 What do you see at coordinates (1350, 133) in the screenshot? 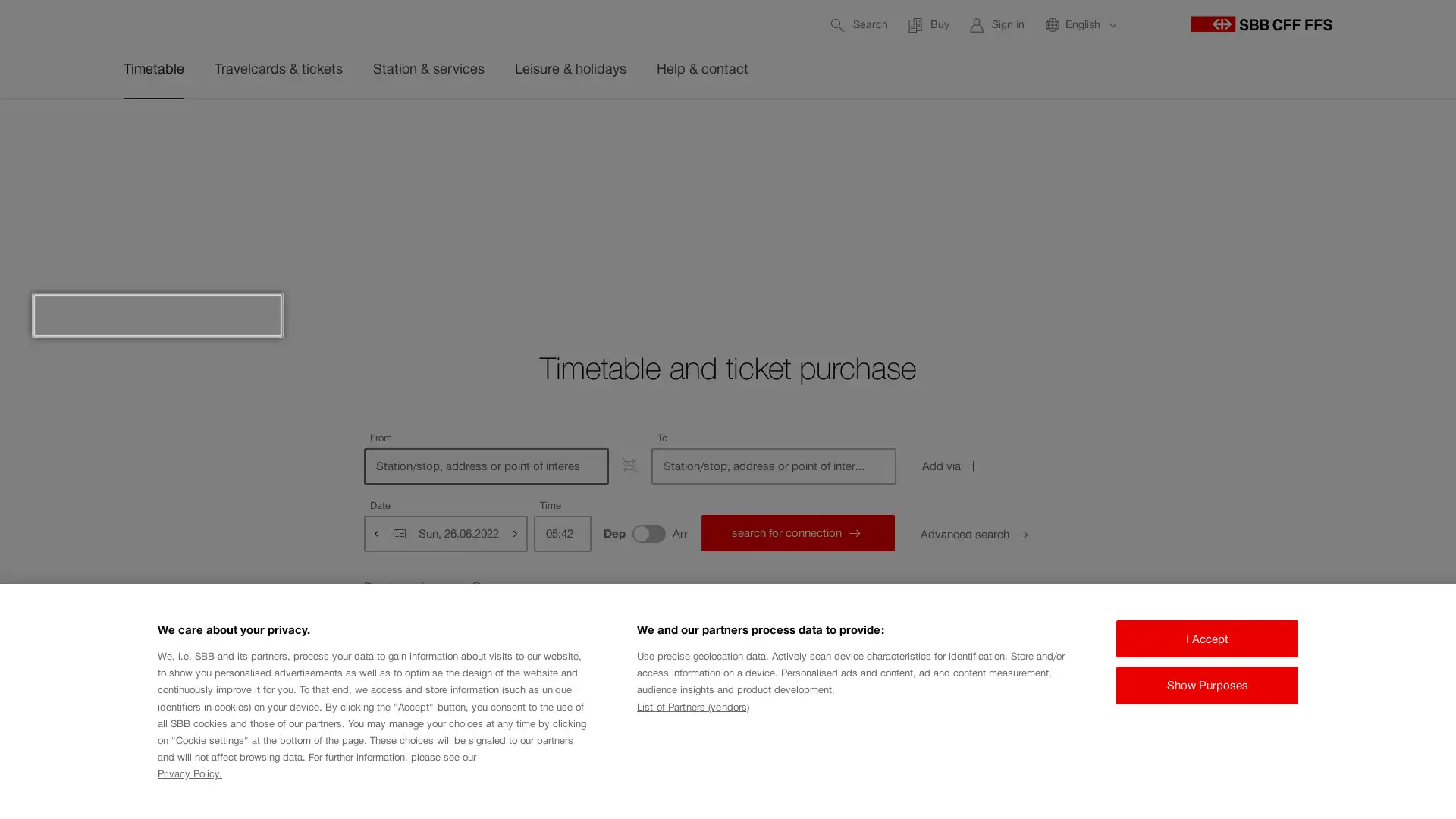
I see `Close active menu item Station & services.` at bounding box center [1350, 133].